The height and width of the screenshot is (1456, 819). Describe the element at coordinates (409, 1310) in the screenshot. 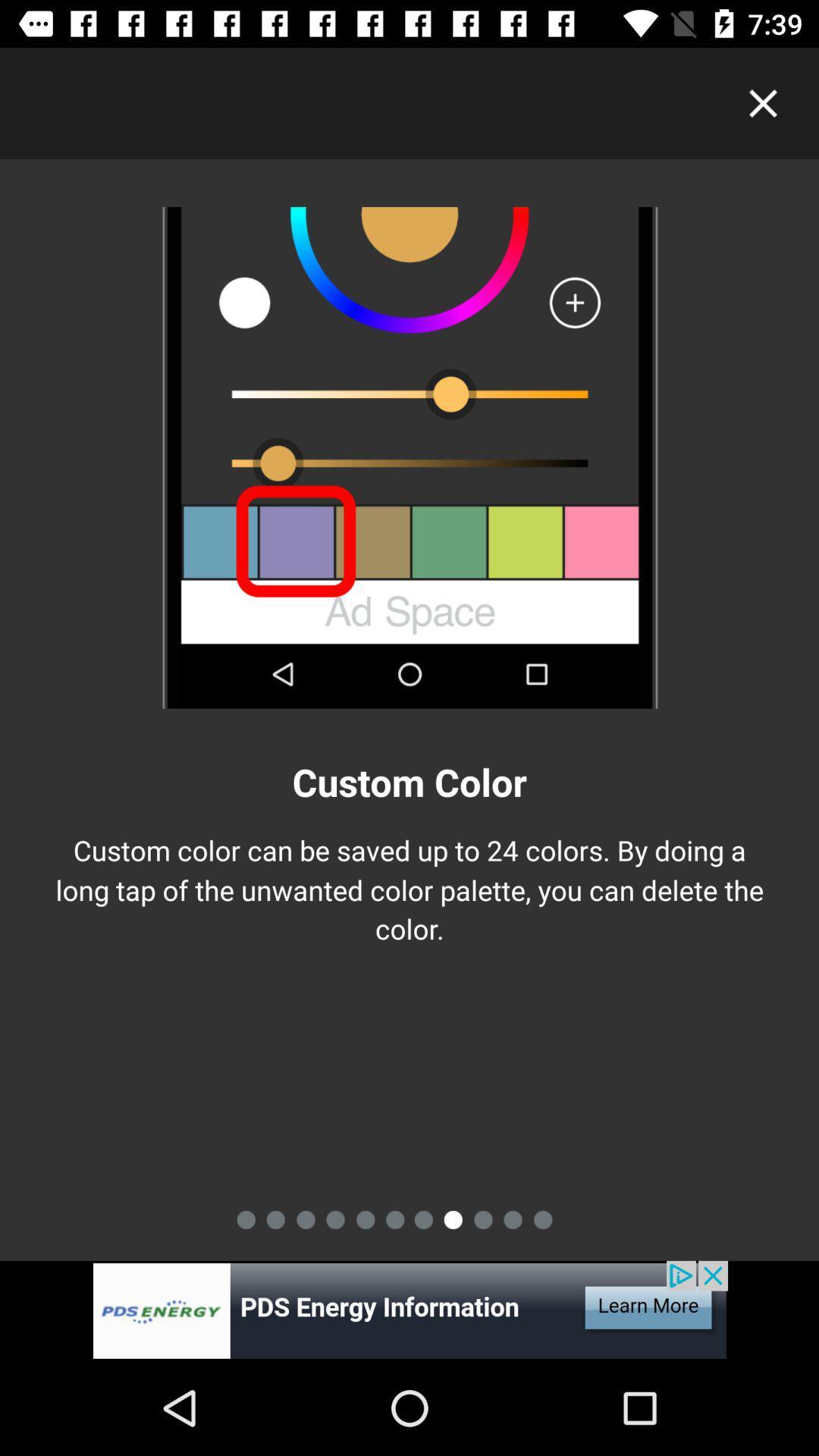

I see `the advertisement` at that location.